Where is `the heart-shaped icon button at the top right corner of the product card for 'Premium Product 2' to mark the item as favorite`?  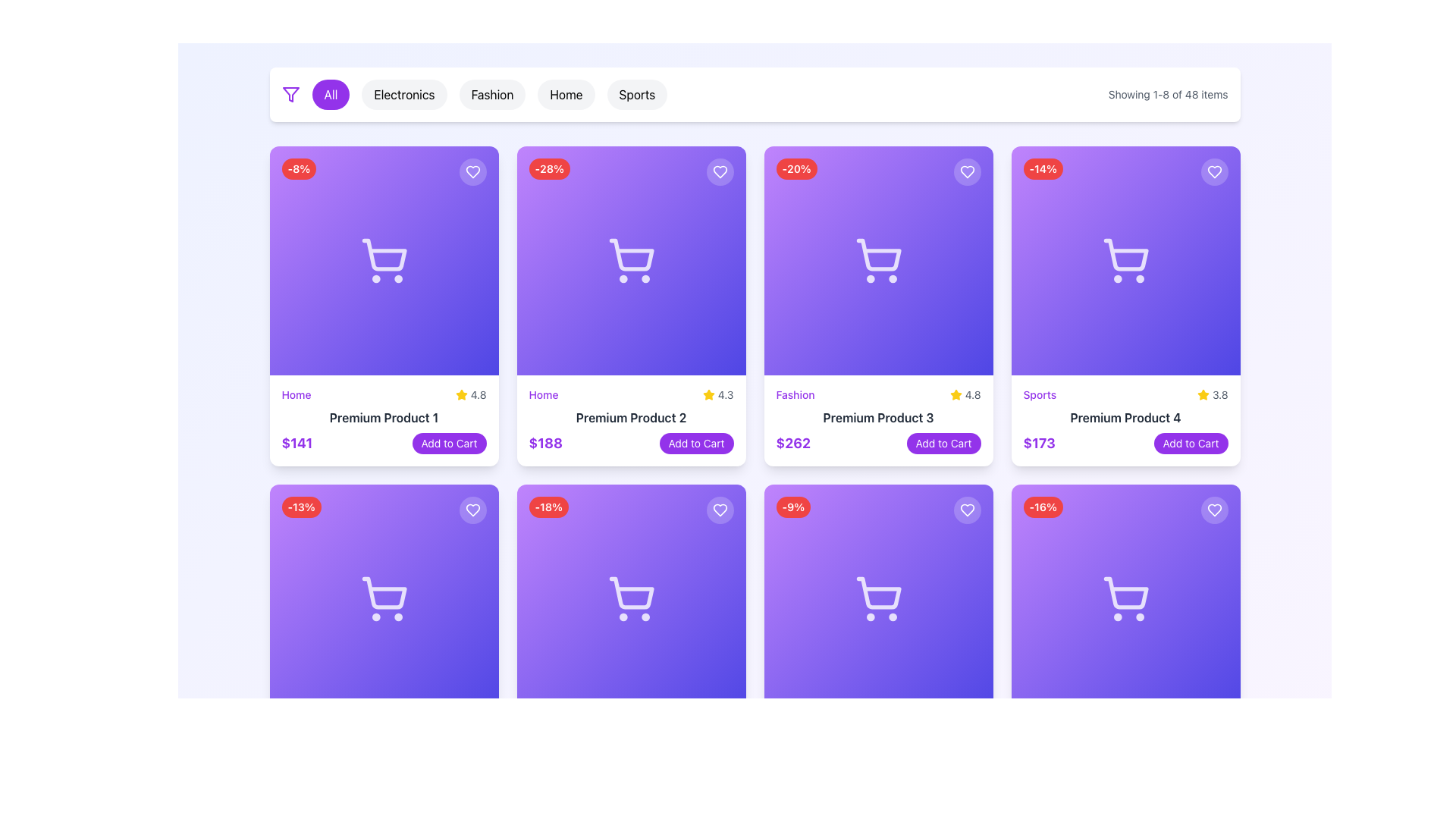
the heart-shaped icon button at the top right corner of the product card for 'Premium Product 2' to mark the item as favorite is located at coordinates (472, 510).